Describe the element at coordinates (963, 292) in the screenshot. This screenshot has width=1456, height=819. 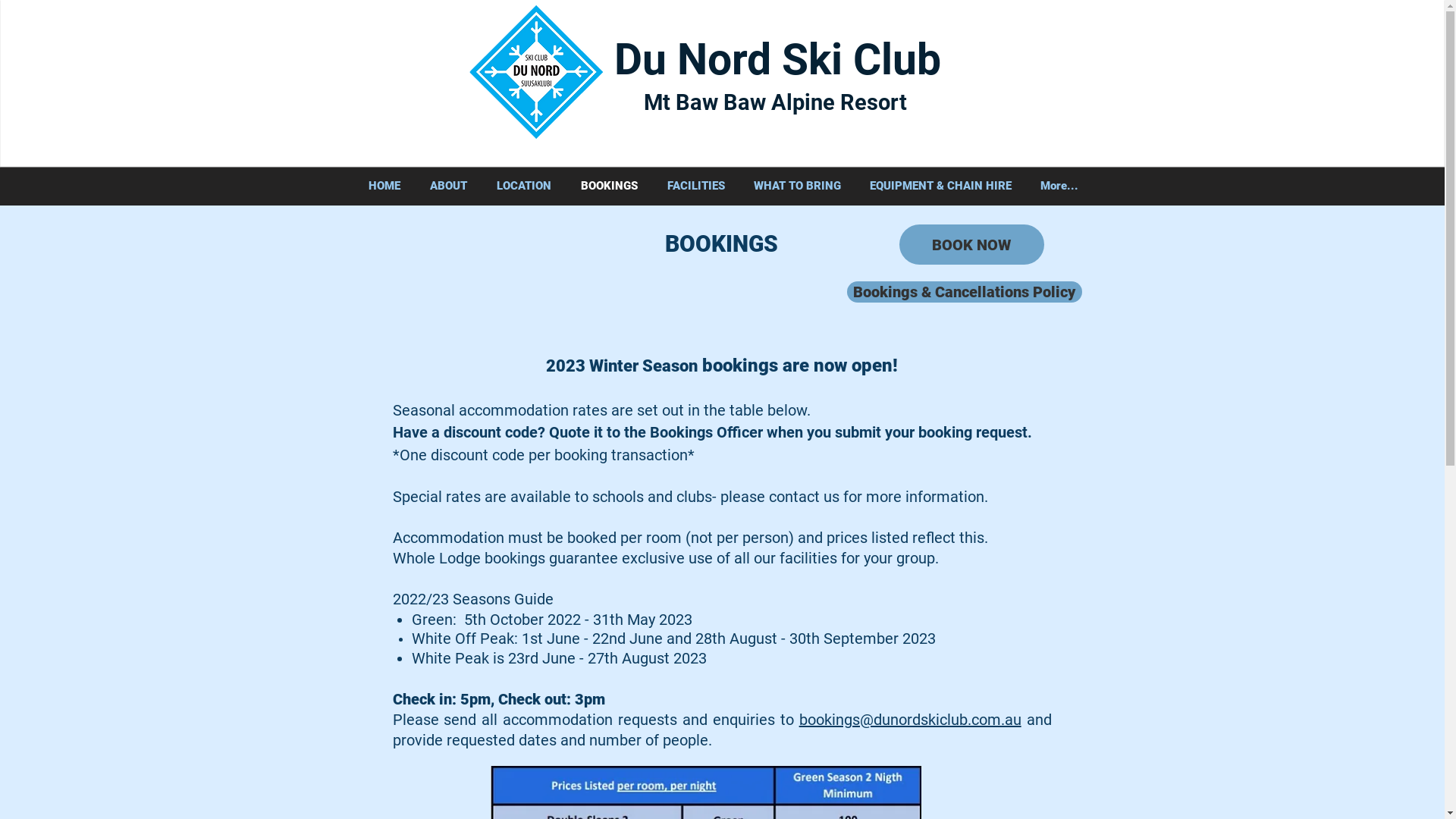
I see `'Bookings & Cancellations Policy'` at that location.